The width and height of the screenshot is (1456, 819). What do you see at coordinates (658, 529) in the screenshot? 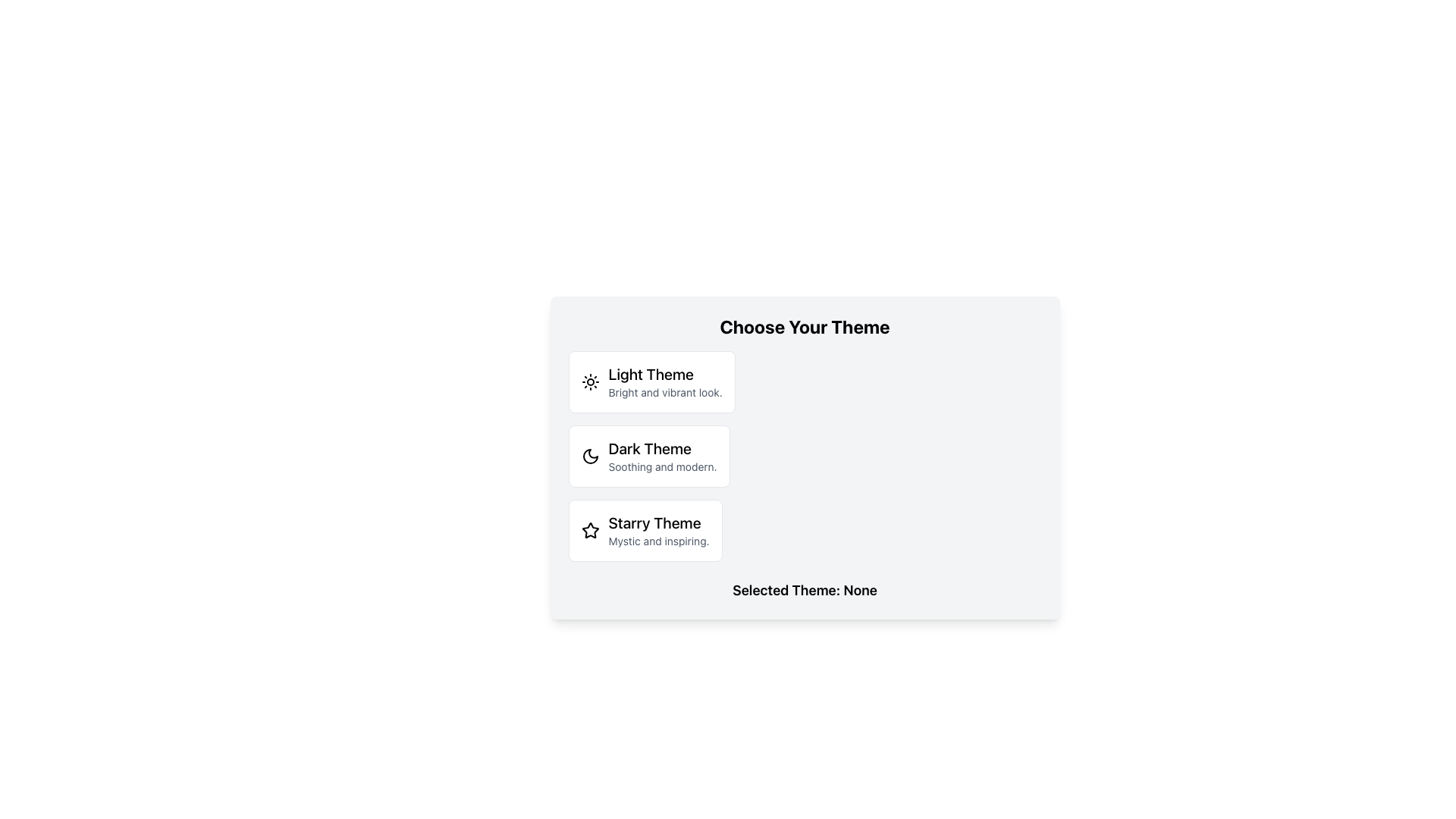
I see `the 'Starry Theme' text description element, which provides information about the theme option located below the 'Dark Theme' in the theme selection list` at bounding box center [658, 529].